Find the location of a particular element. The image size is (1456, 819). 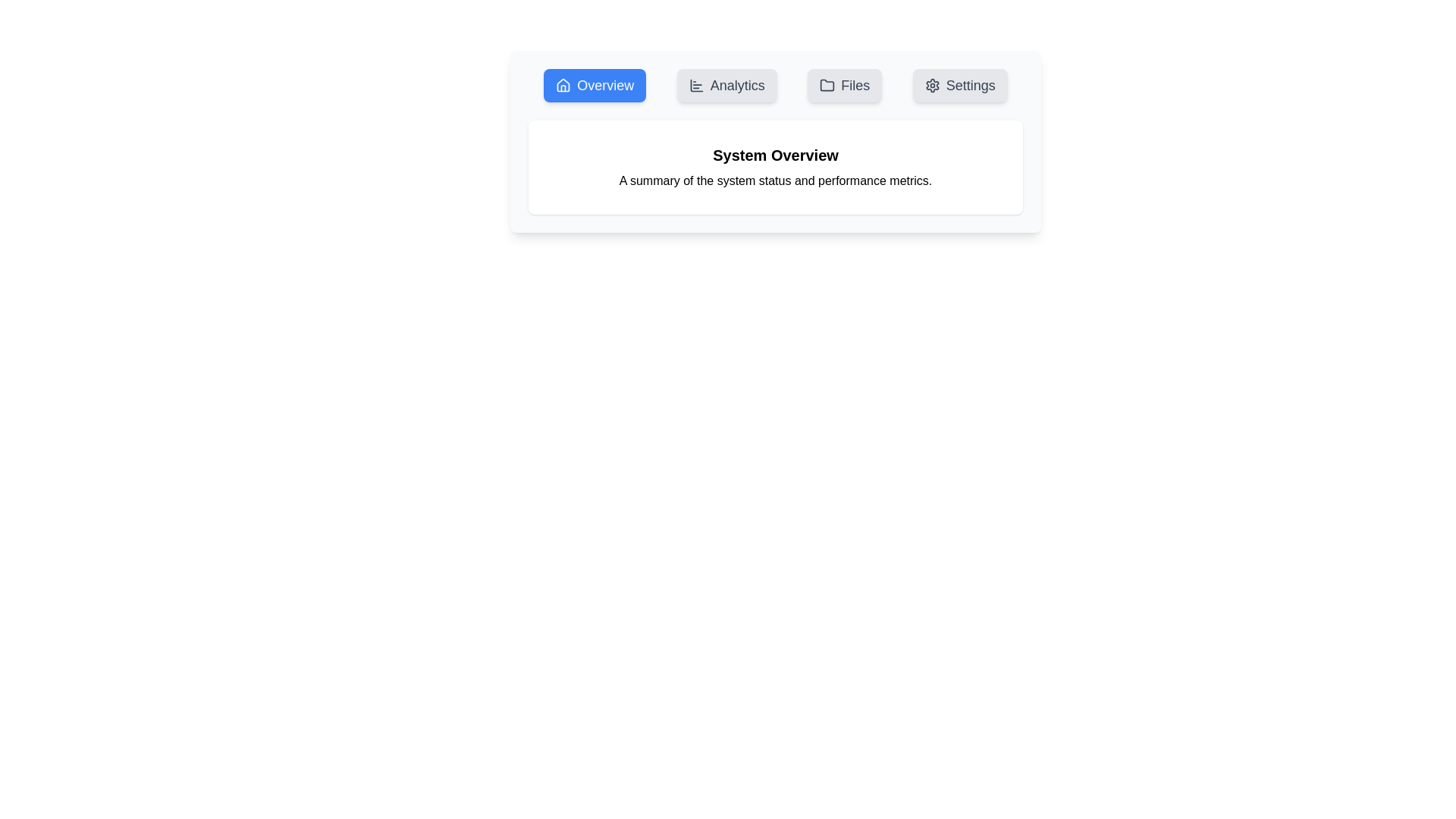

the 'Analytics' button in the navigation bar is located at coordinates (737, 85).